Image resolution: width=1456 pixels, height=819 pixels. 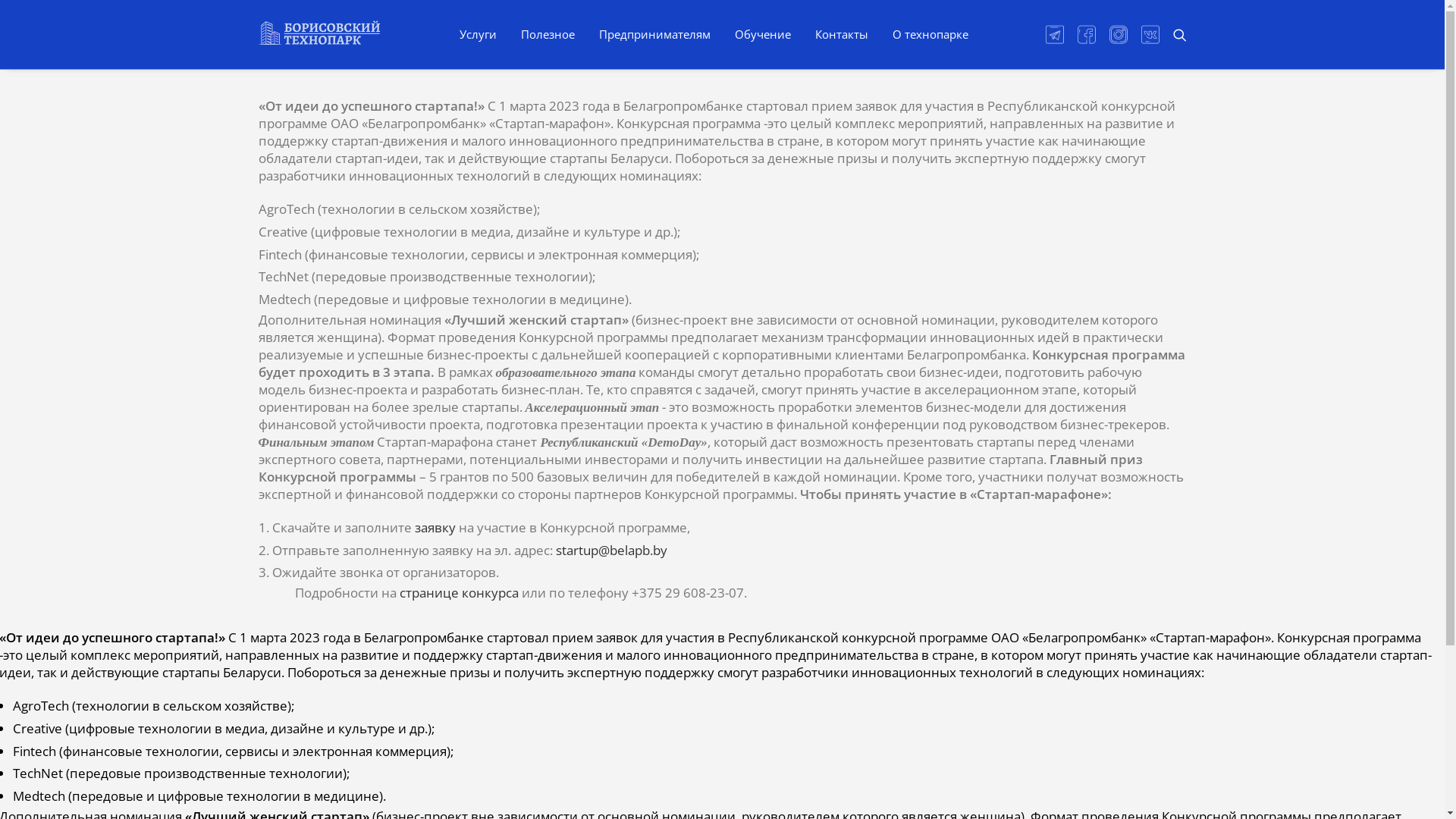 What do you see at coordinates (610, 550) in the screenshot?
I see `'startup@belapb.by'` at bounding box center [610, 550].